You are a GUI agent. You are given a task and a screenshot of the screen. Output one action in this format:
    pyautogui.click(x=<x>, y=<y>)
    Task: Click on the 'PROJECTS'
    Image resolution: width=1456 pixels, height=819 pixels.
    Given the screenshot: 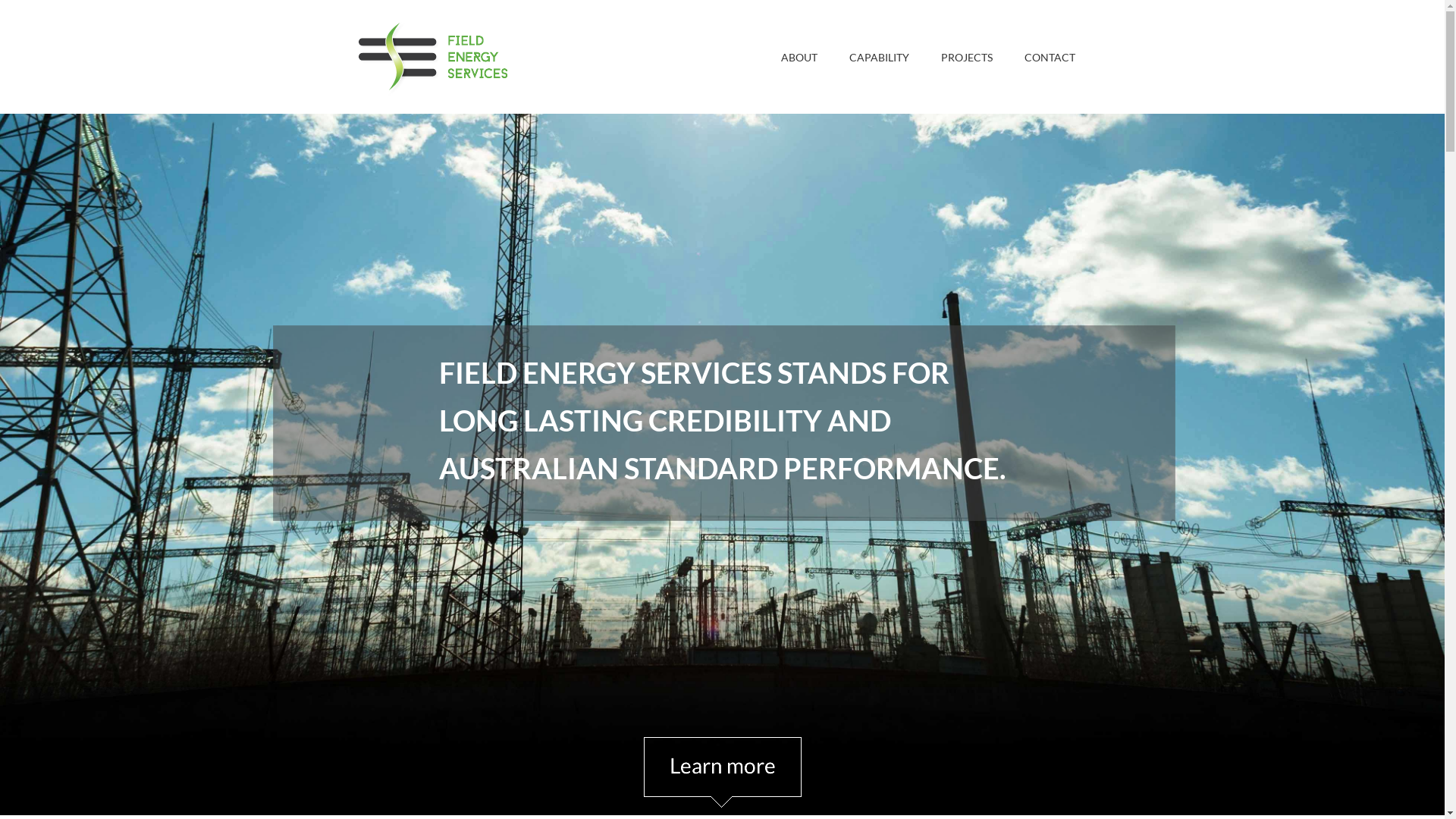 What is the action you would take?
    pyautogui.click(x=930, y=55)
    